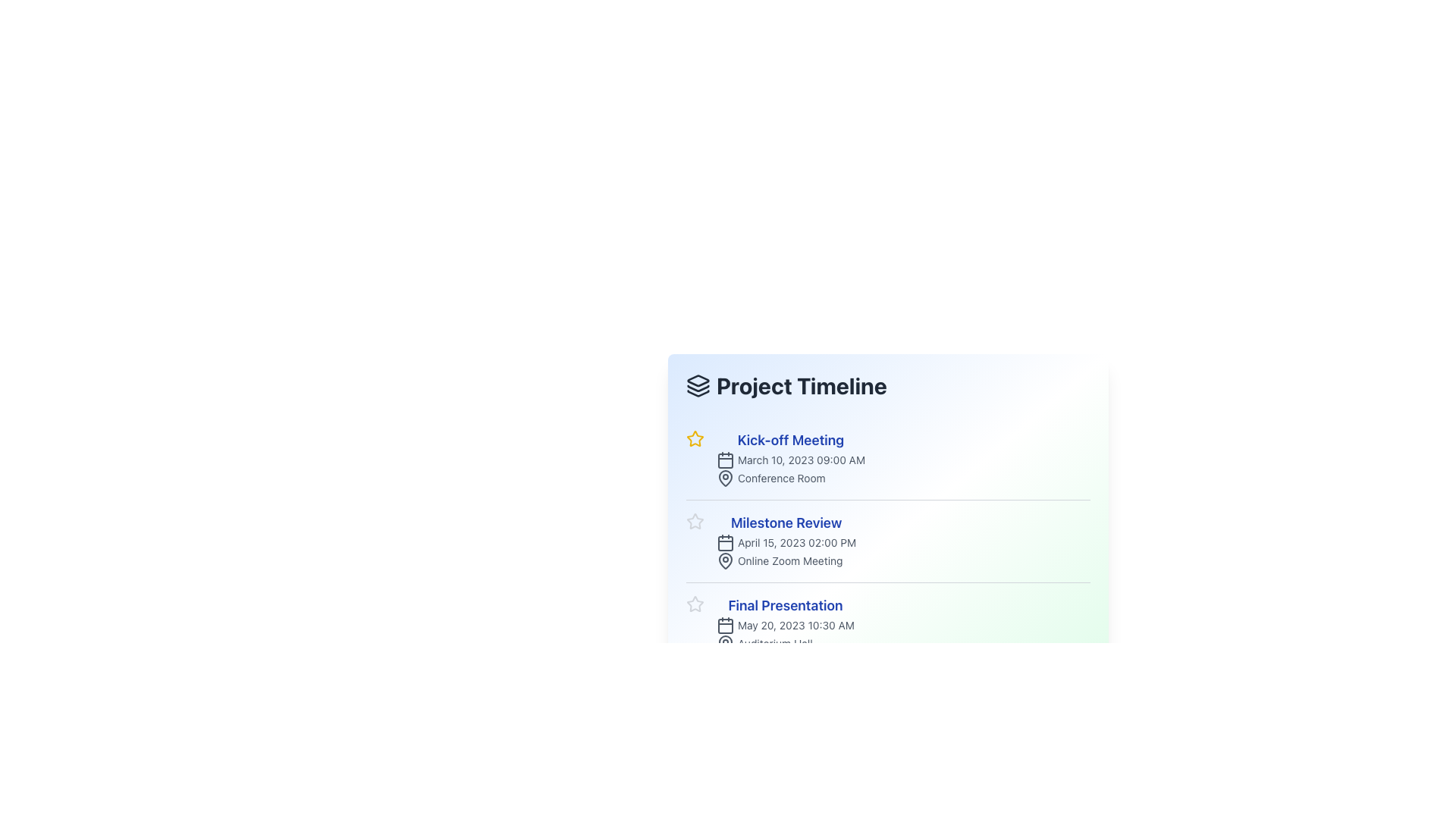  I want to click on the first star icon in the 'Project Timeline' list, located, so click(694, 438).